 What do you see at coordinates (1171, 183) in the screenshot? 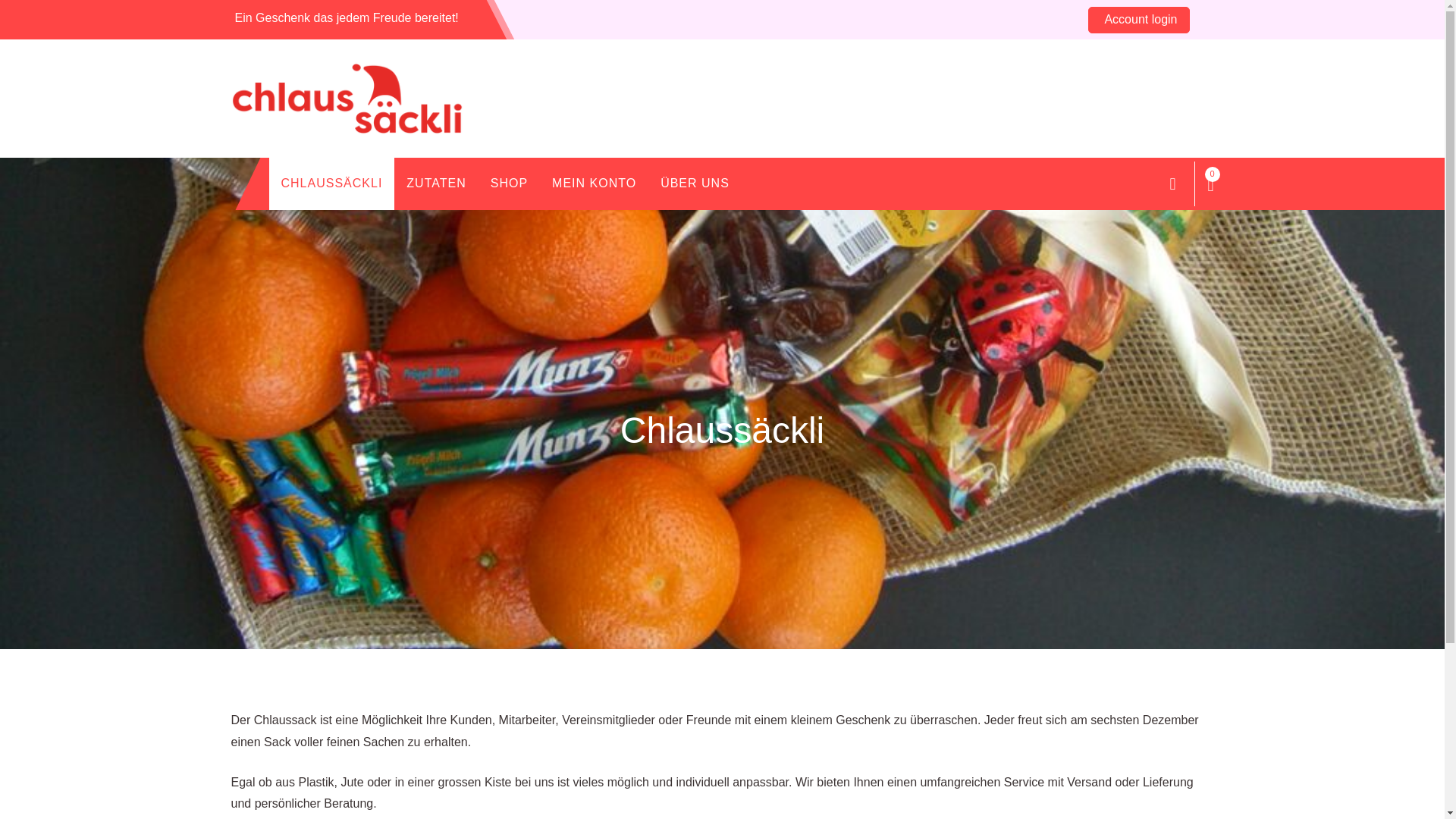
I see `'Search'` at bounding box center [1171, 183].